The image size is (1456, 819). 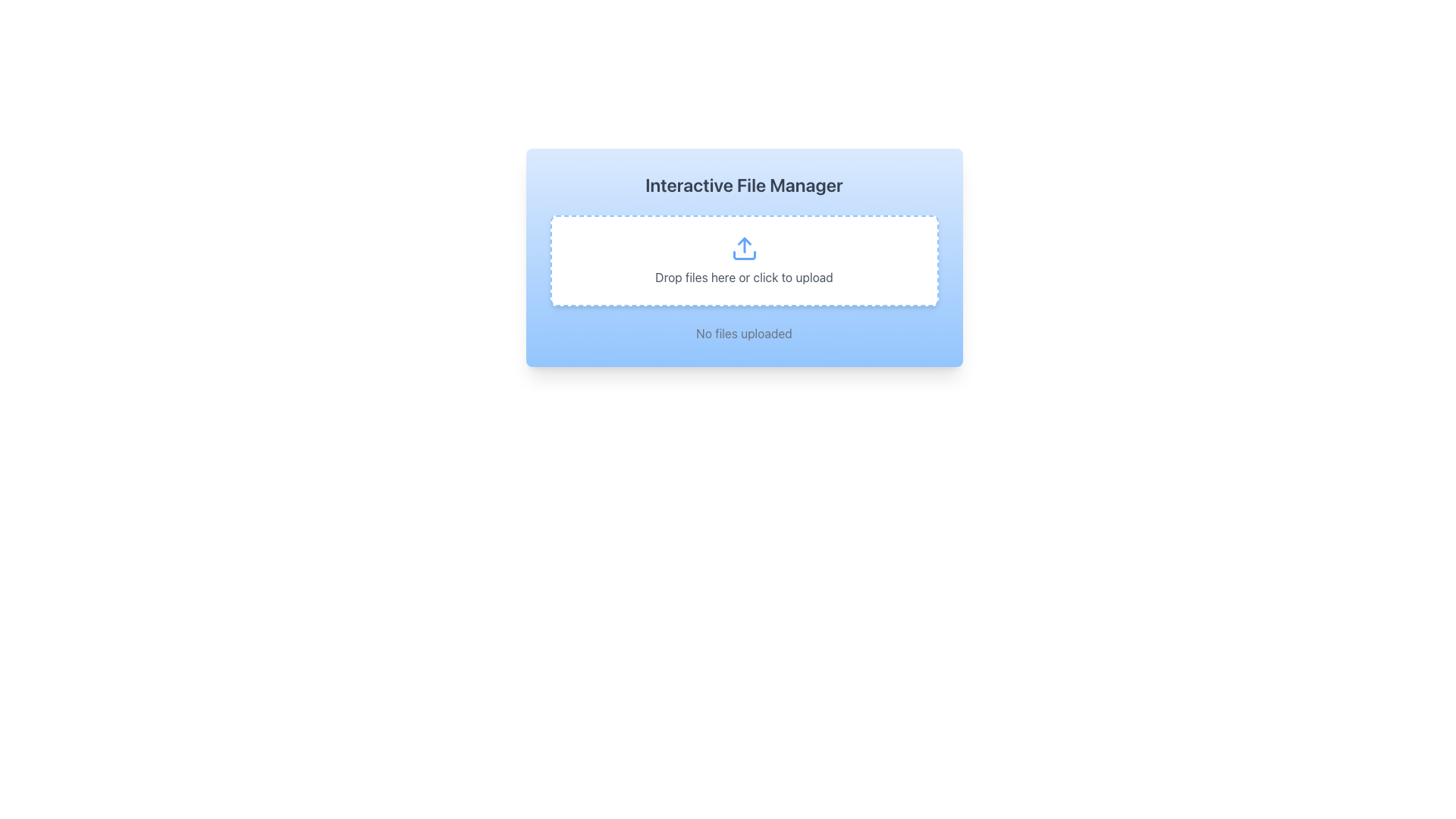 What do you see at coordinates (744, 259) in the screenshot?
I see `the invisible file input field located centrally within the rectangular box that has a dashed border and light blue background` at bounding box center [744, 259].